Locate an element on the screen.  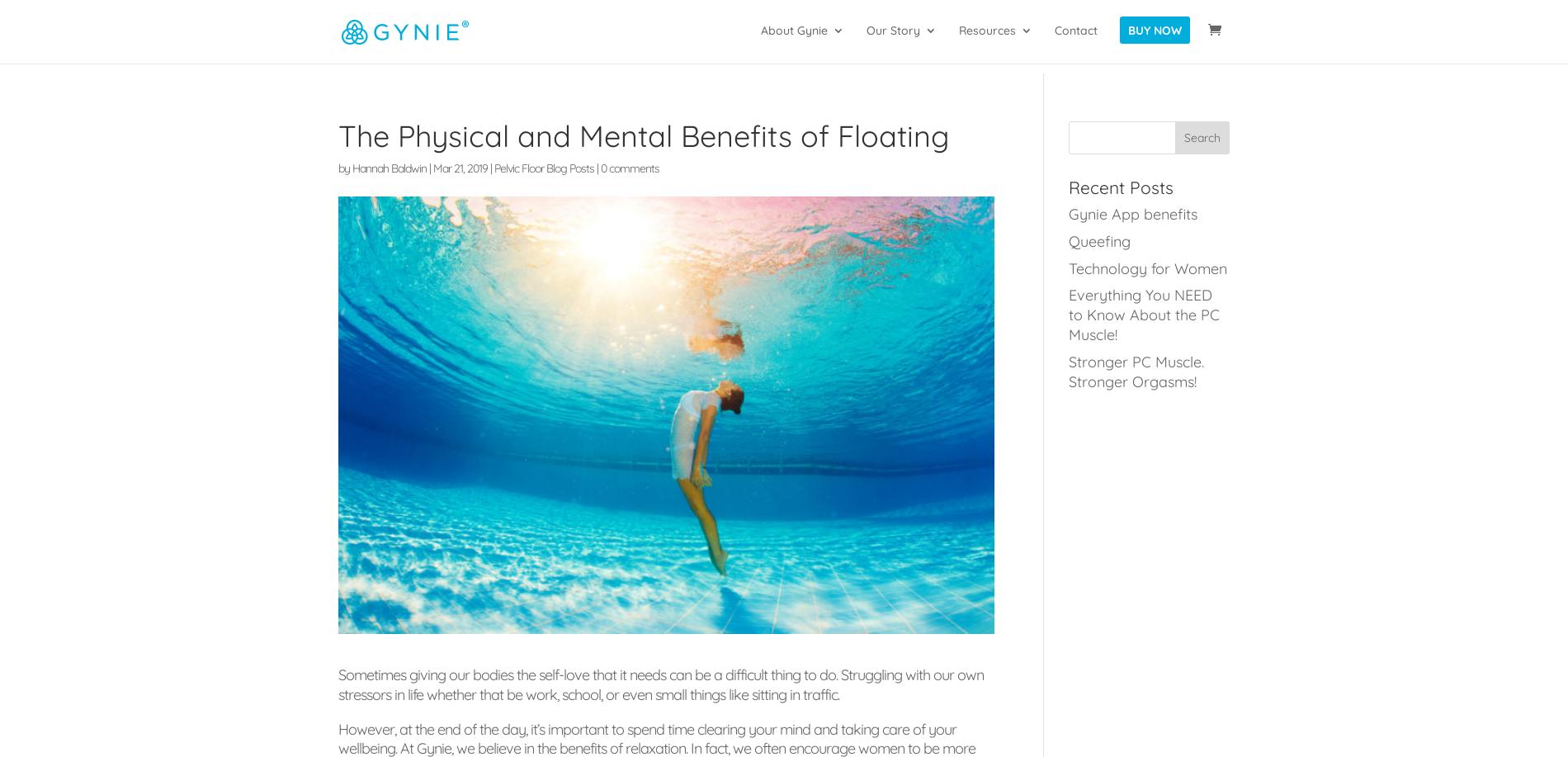
'BUY NOW' is located at coordinates (1154, 40).